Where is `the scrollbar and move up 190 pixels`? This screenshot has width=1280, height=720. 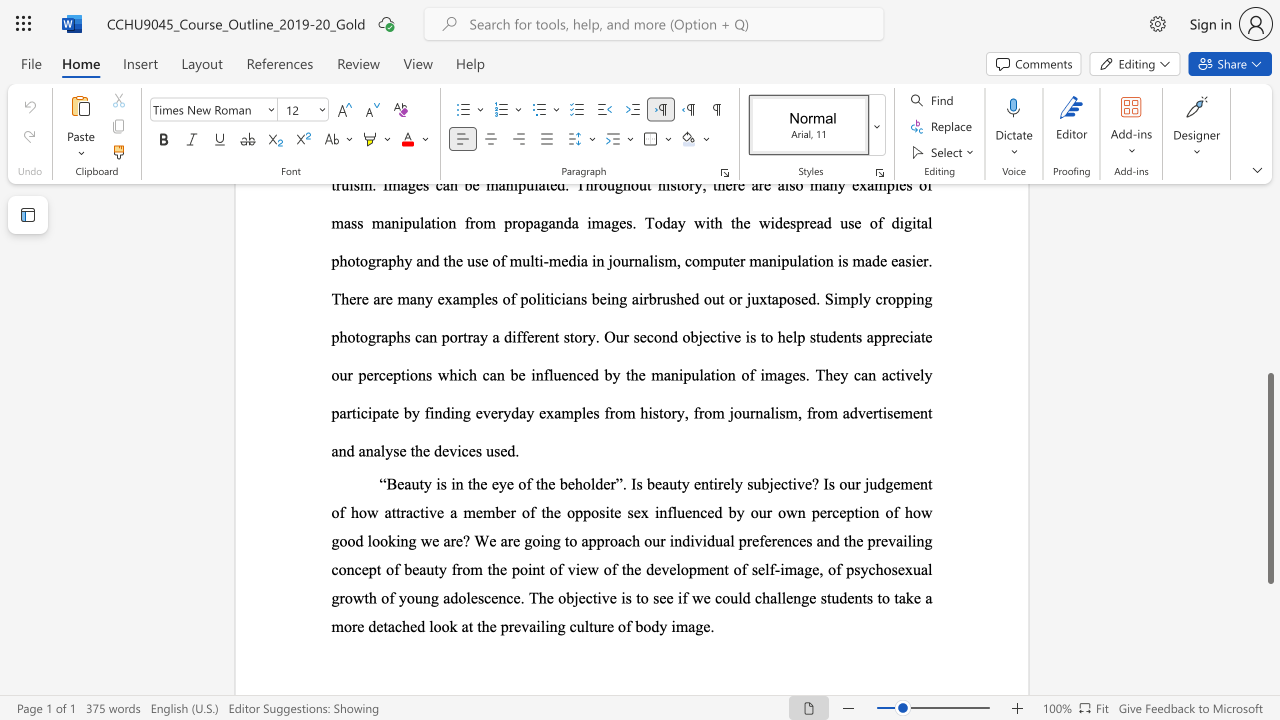 the scrollbar and move up 190 pixels is located at coordinates (1269, 478).